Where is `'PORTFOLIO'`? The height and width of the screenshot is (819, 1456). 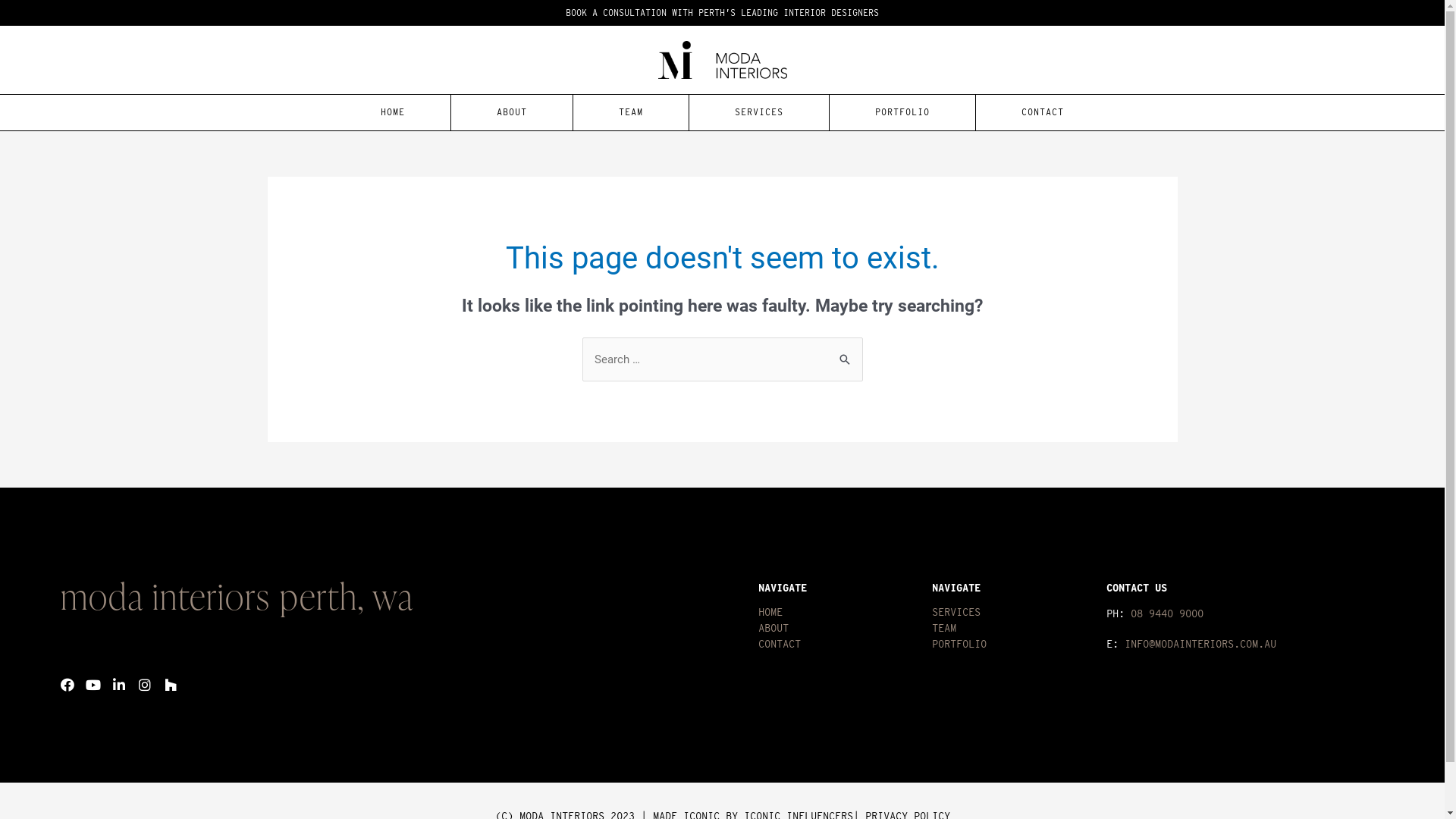 'PORTFOLIO' is located at coordinates (902, 111).